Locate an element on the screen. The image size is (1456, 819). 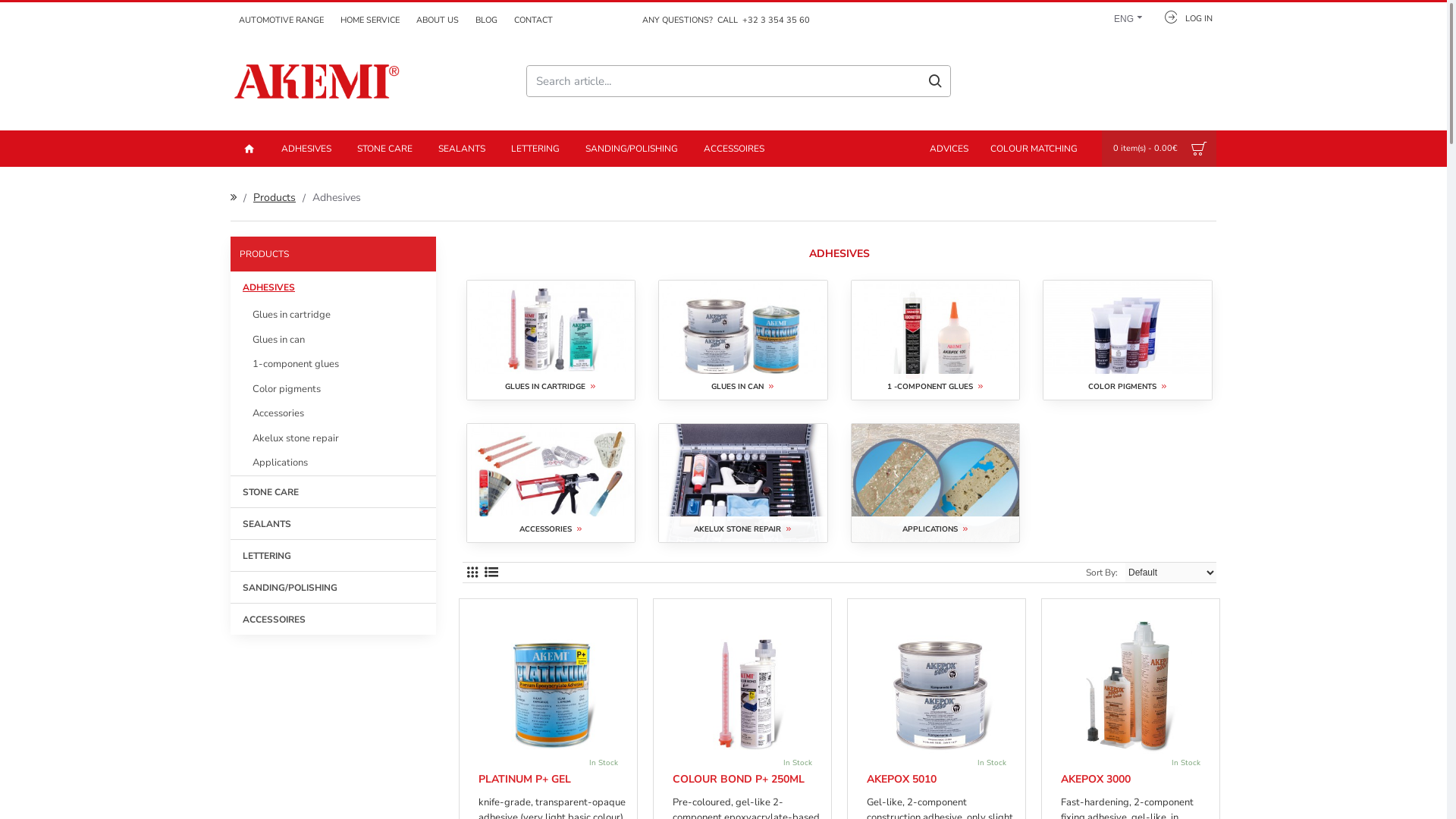
'HOME SERVICE' is located at coordinates (370, 20).